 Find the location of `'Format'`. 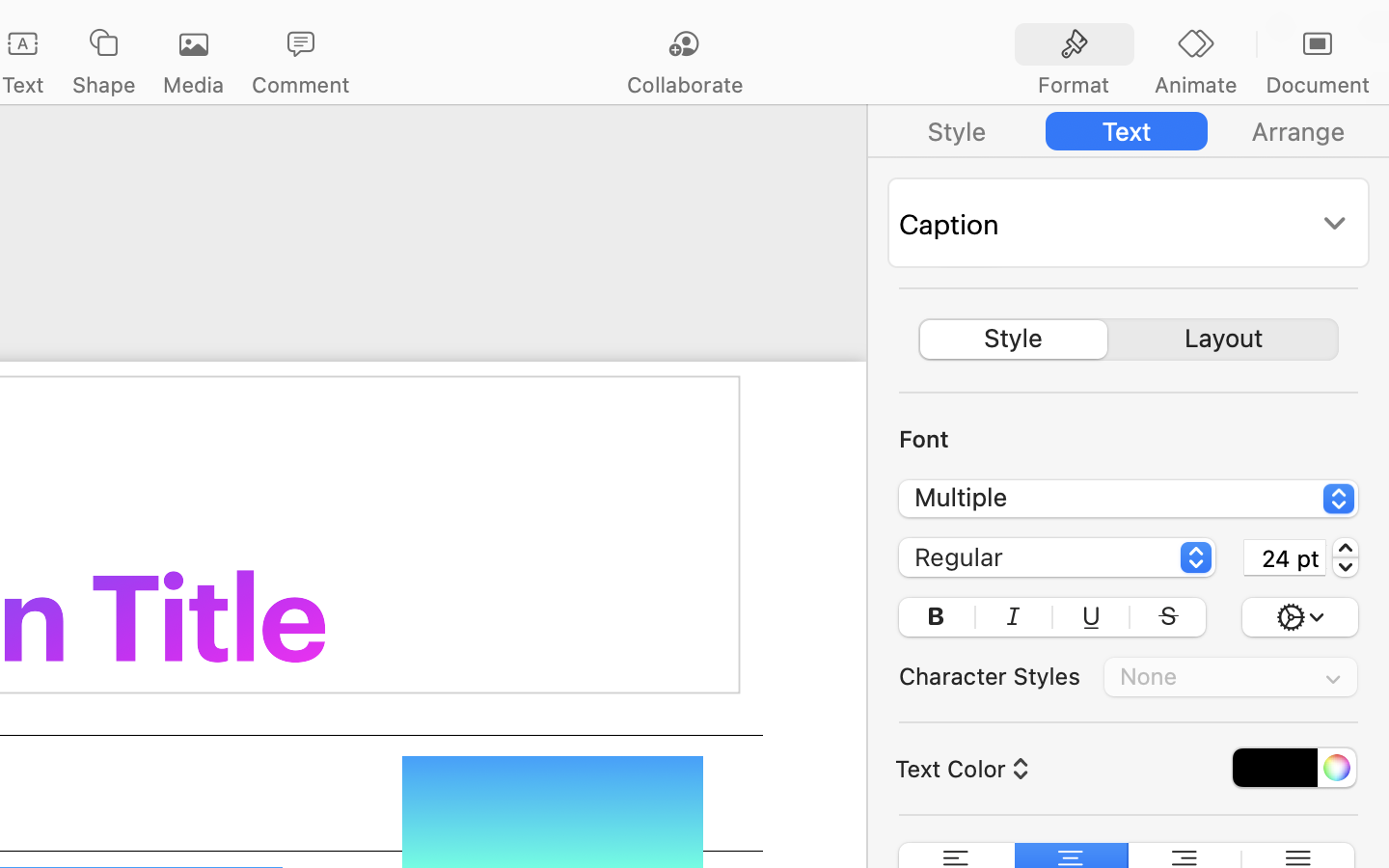

'Format' is located at coordinates (1072, 84).